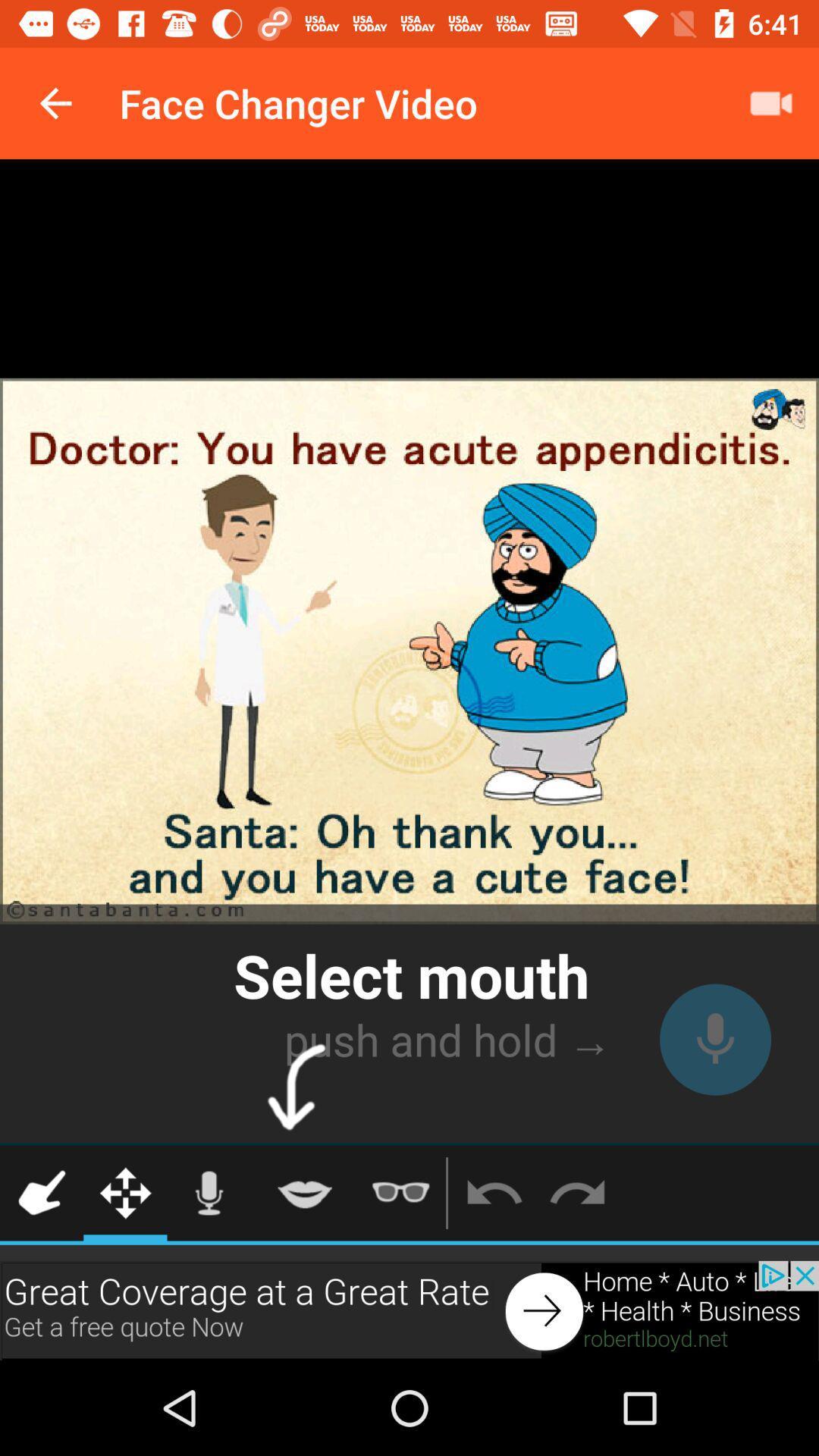 This screenshot has width=819, height=1456. What do you see at coordinates (577, 1192) in the screenshot?
I see `the redo icon` at bounding box center [577, 1192].